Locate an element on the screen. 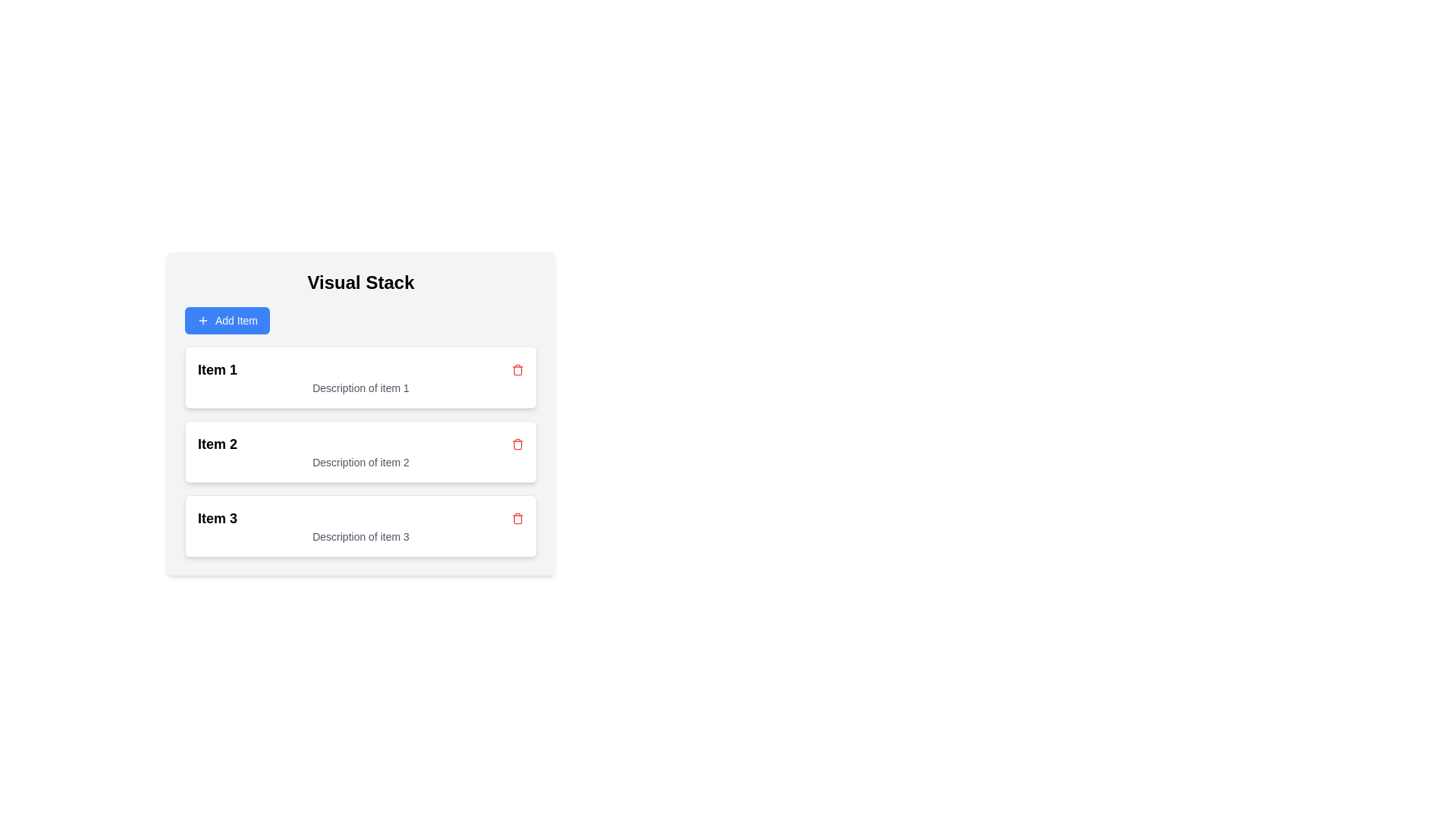 Image resolution: width=1456 pixels, height=819 pixels. the 'Add New Item' button located below the 'Visual Stack' header to provide visual feedback is located at coordinates (227, 320).